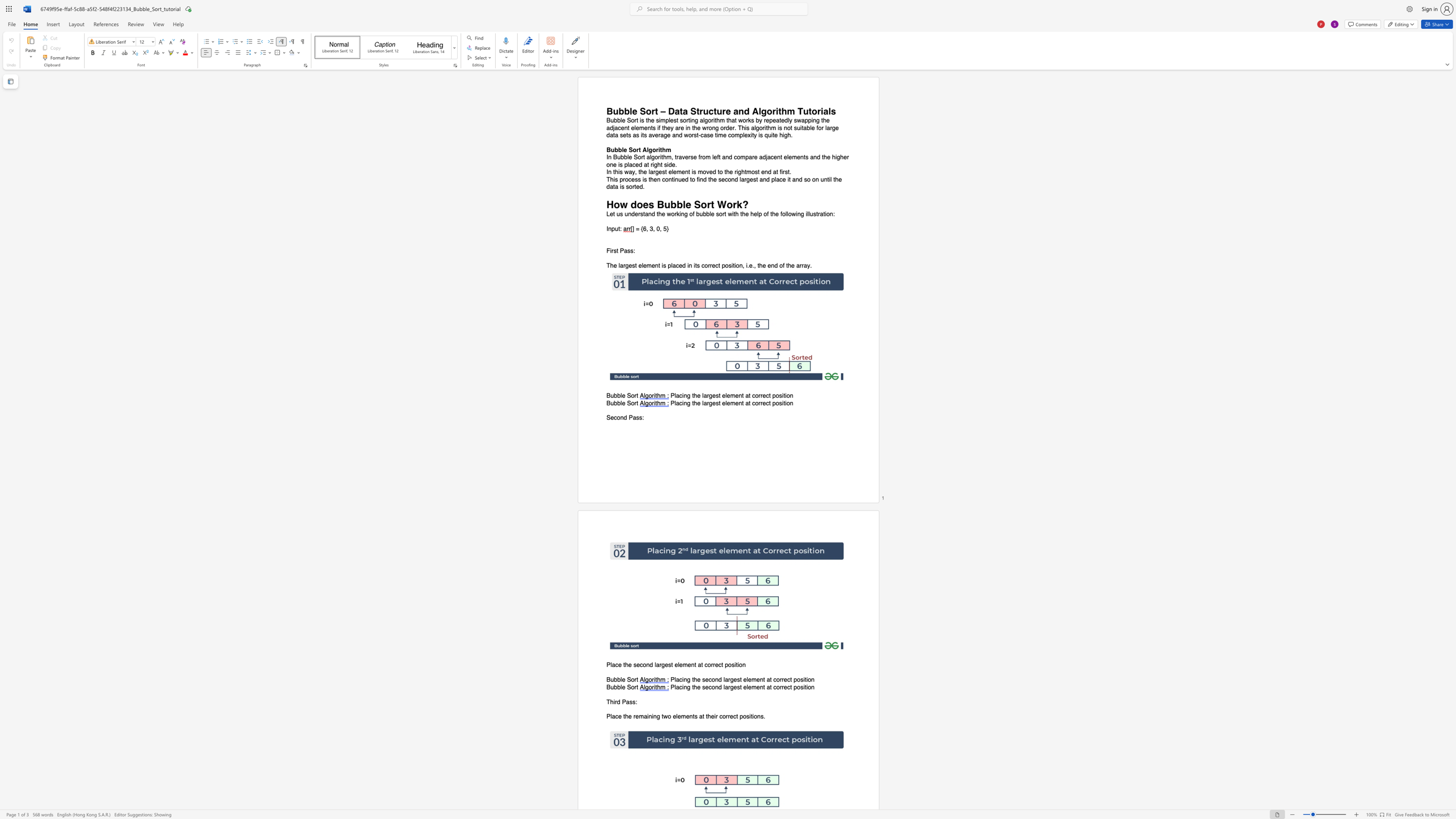 Image resolution: width=1456 pixels, height=819 pixels. I want to click on the 2th character "s" in the text, so click(629, 251).